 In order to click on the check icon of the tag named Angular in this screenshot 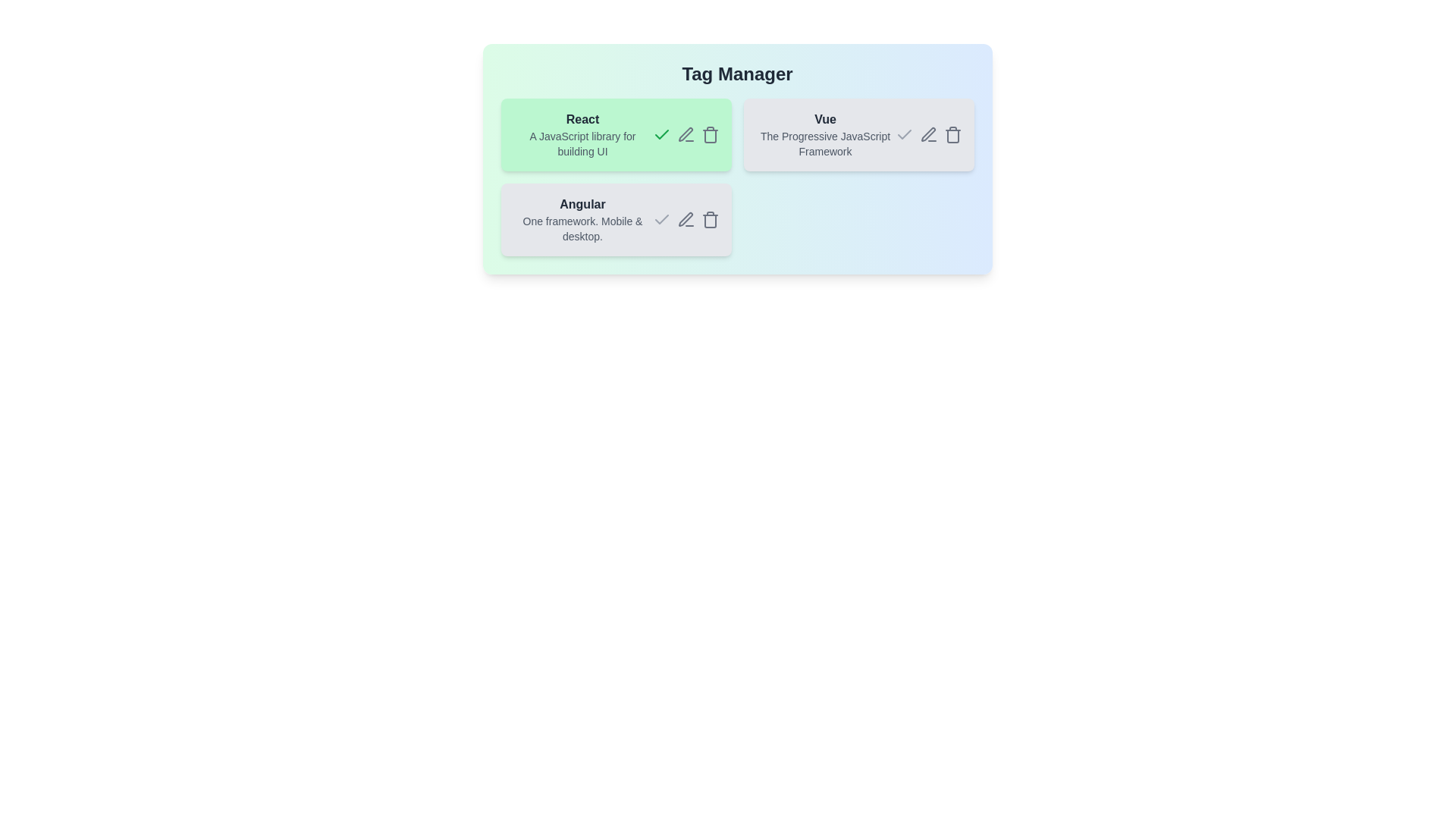, I will do `click(661, 219)`.